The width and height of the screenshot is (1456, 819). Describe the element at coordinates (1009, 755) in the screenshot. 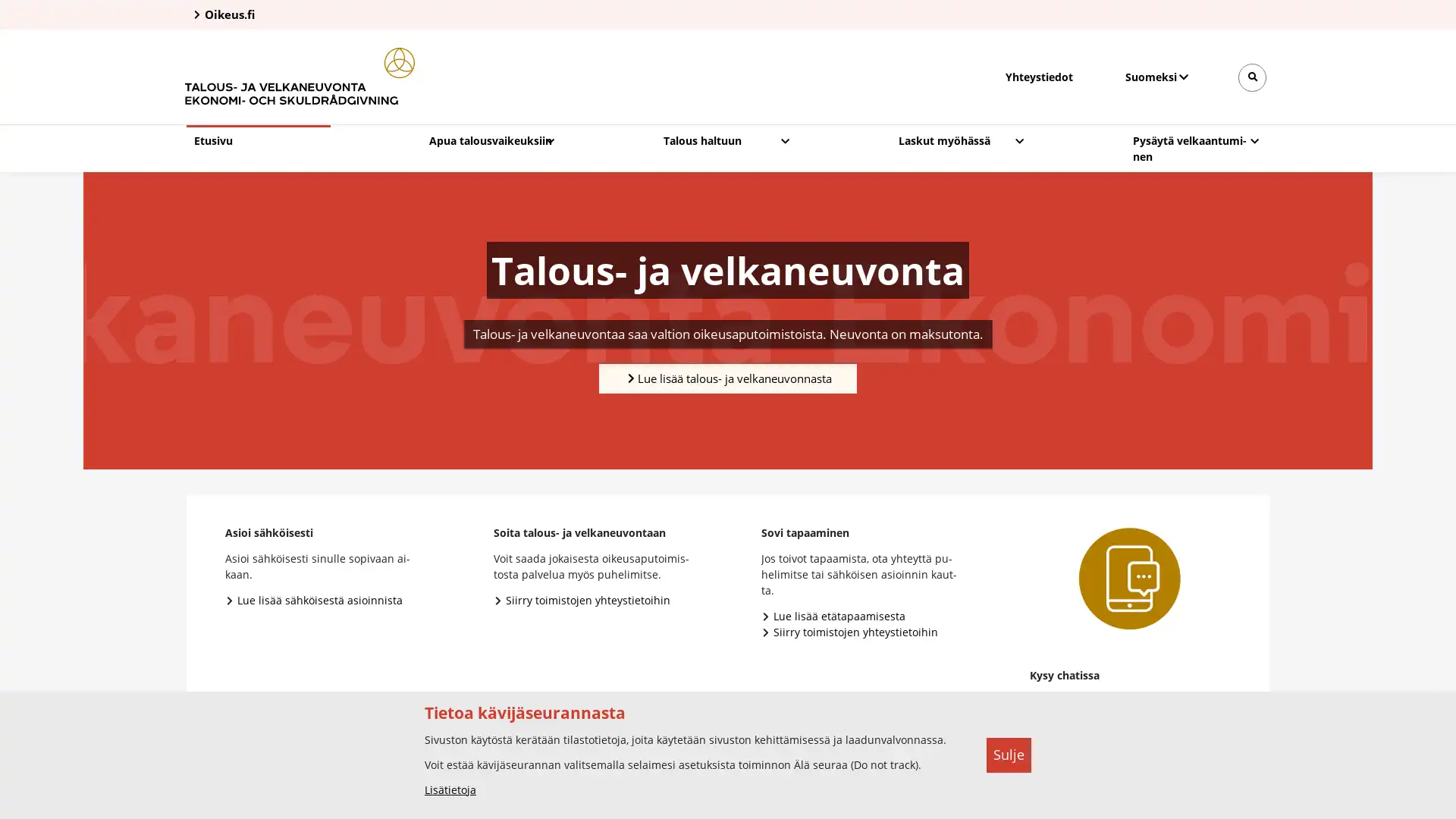

I see `Sulje` at that location.